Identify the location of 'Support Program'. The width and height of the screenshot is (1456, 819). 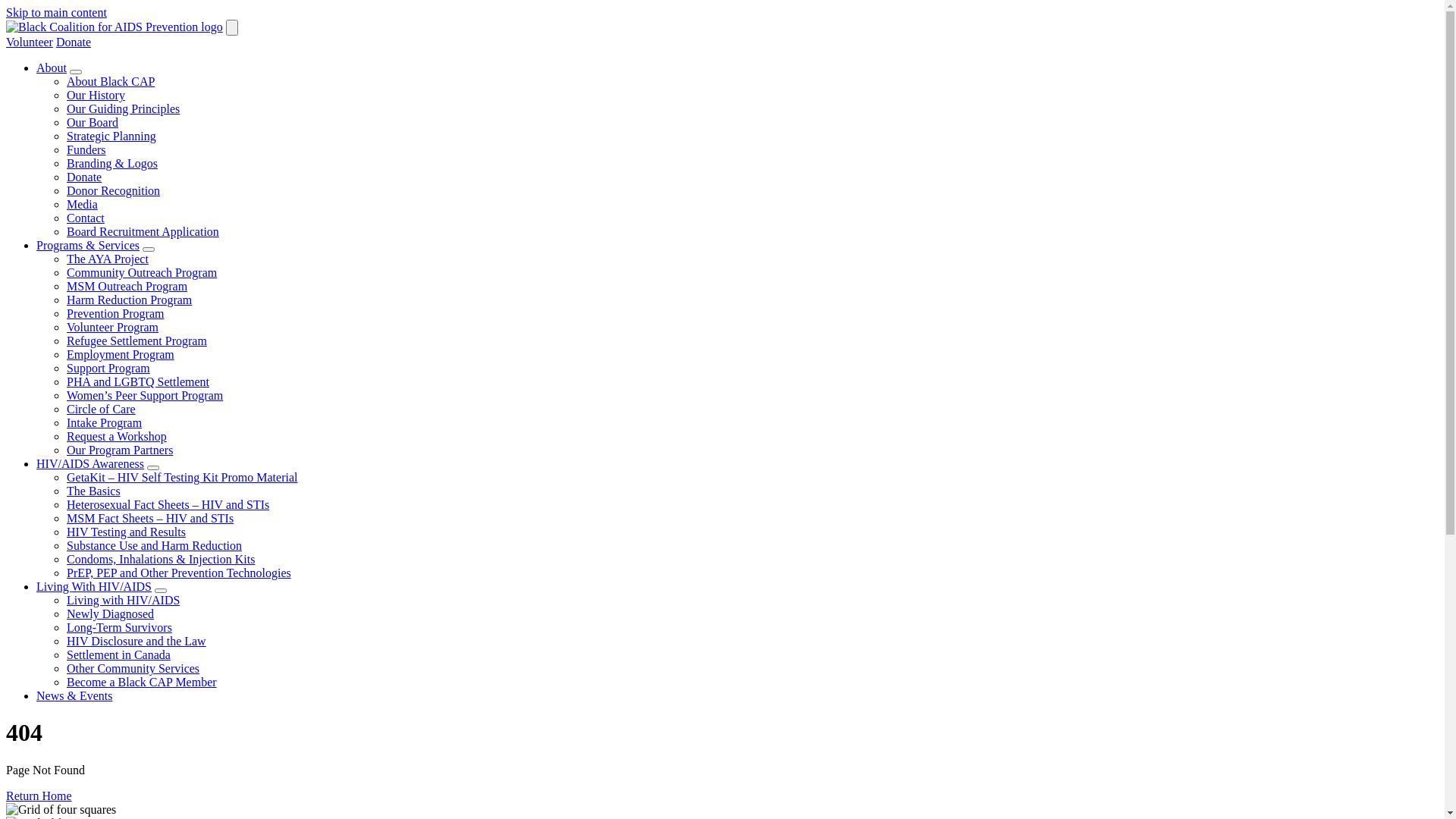
(108, 368).